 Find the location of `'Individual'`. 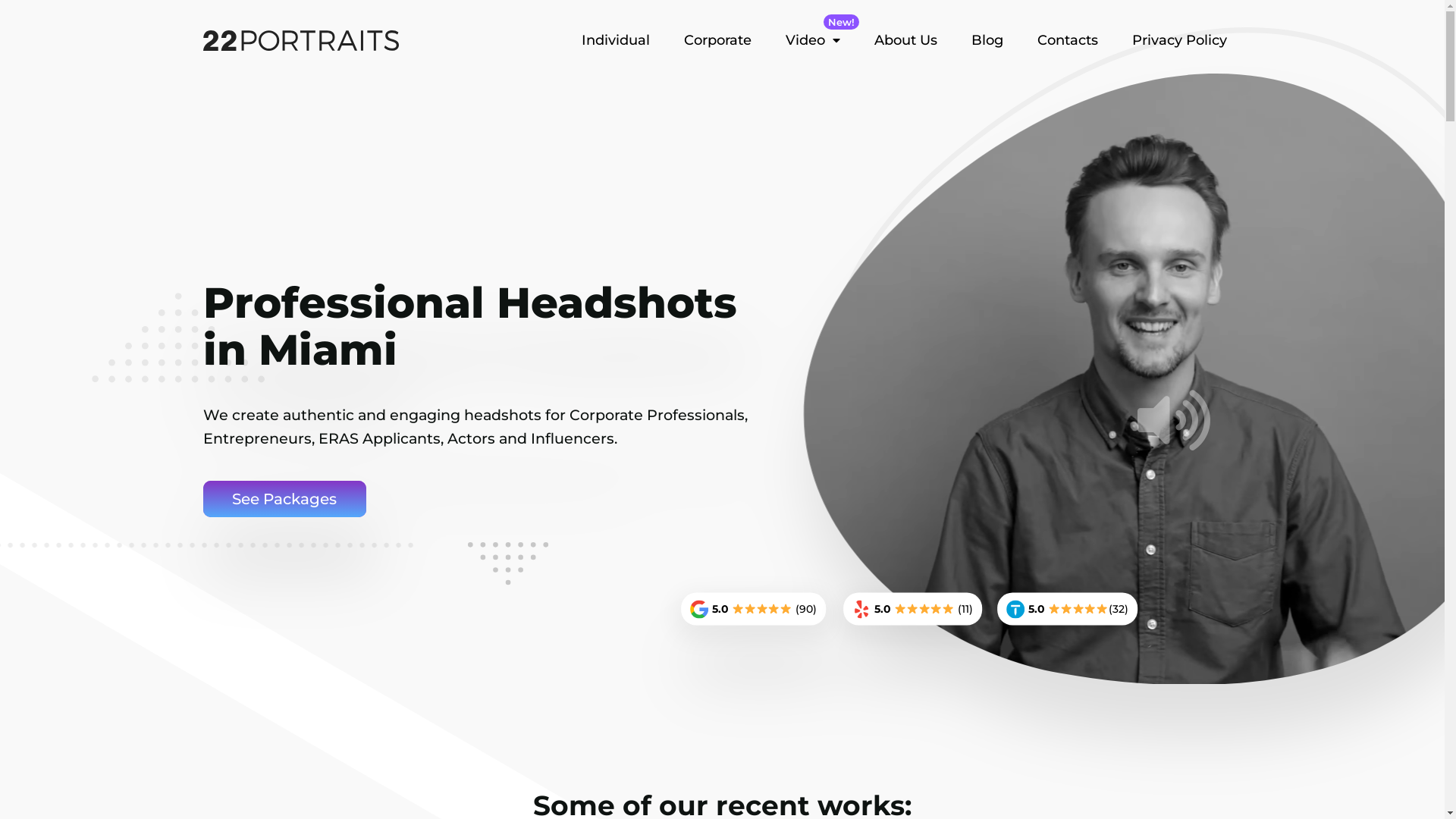

'Individual' is located at coordinates (615, 39).